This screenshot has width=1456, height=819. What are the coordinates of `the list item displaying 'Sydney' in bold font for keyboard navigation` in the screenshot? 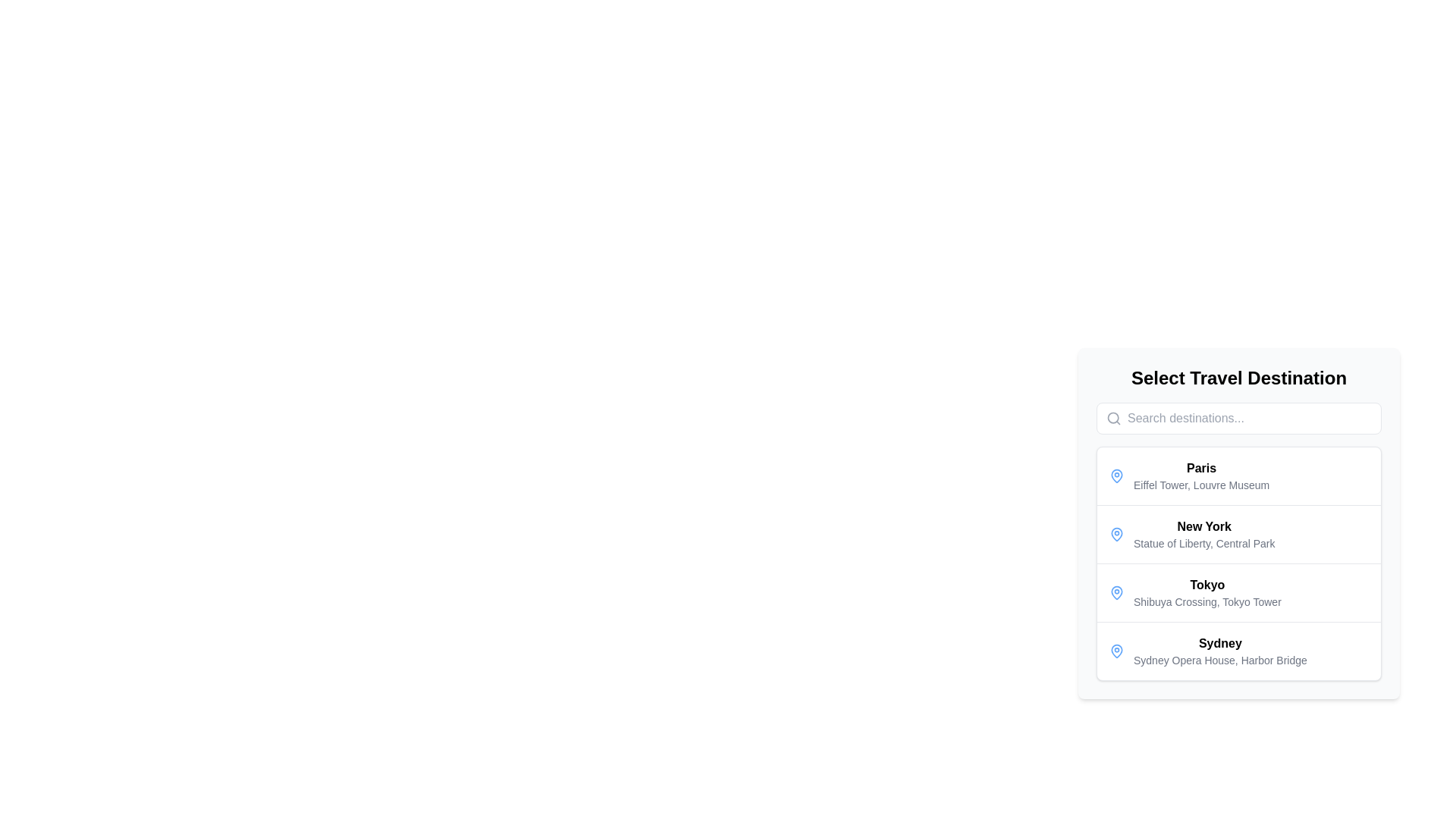 It's located at (1220, 651).